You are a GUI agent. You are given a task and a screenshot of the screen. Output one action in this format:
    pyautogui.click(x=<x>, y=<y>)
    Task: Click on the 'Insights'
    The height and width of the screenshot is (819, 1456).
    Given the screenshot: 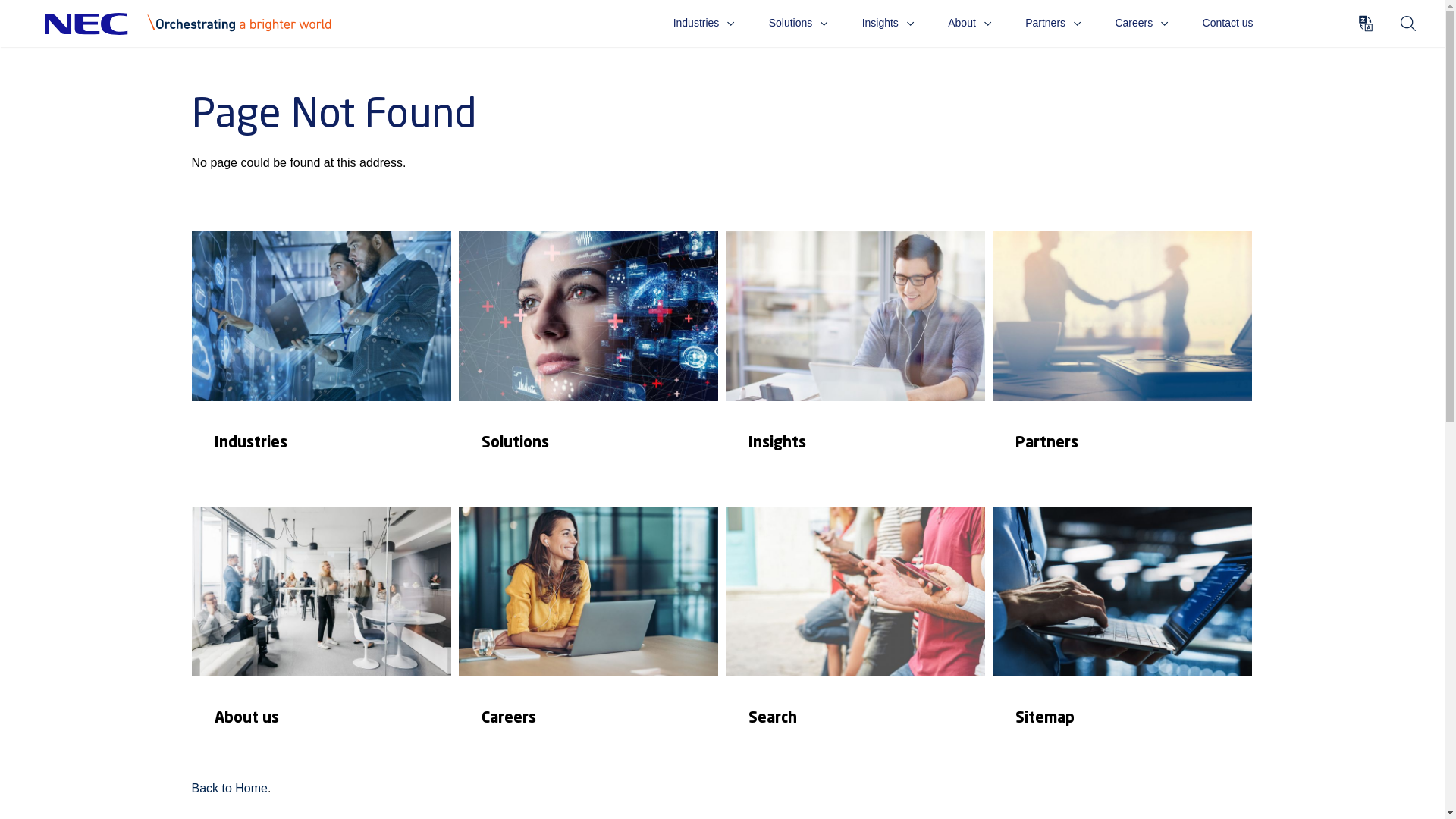 What is the action you would take?
    pyautogui.click(x=855, y=365)
    